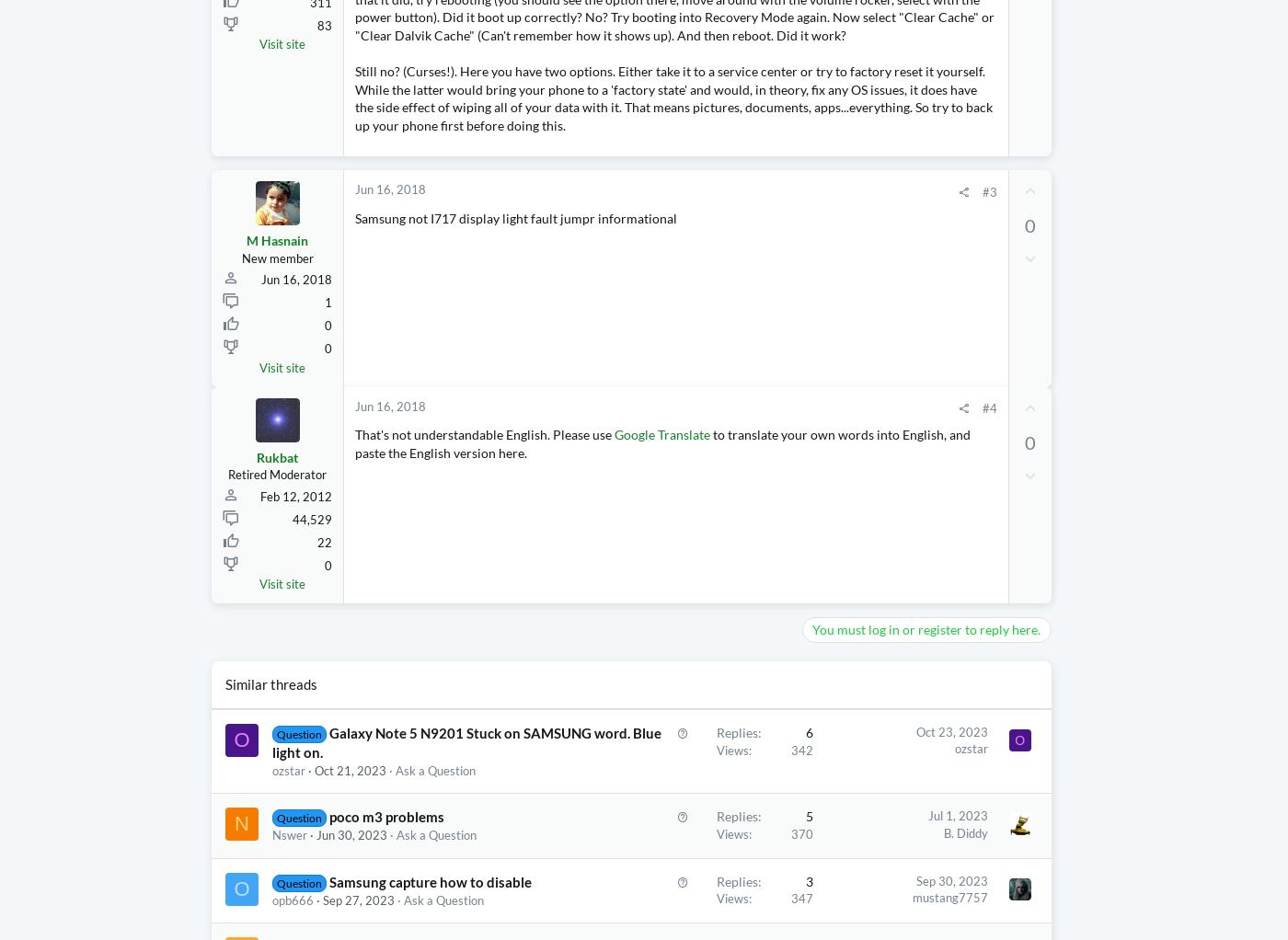 Image resolution: width=1288 pixels, height=940 pixels. Describe the element at coordinates (290, 870) in the screenshot. I see `'Nswer'` at that location.